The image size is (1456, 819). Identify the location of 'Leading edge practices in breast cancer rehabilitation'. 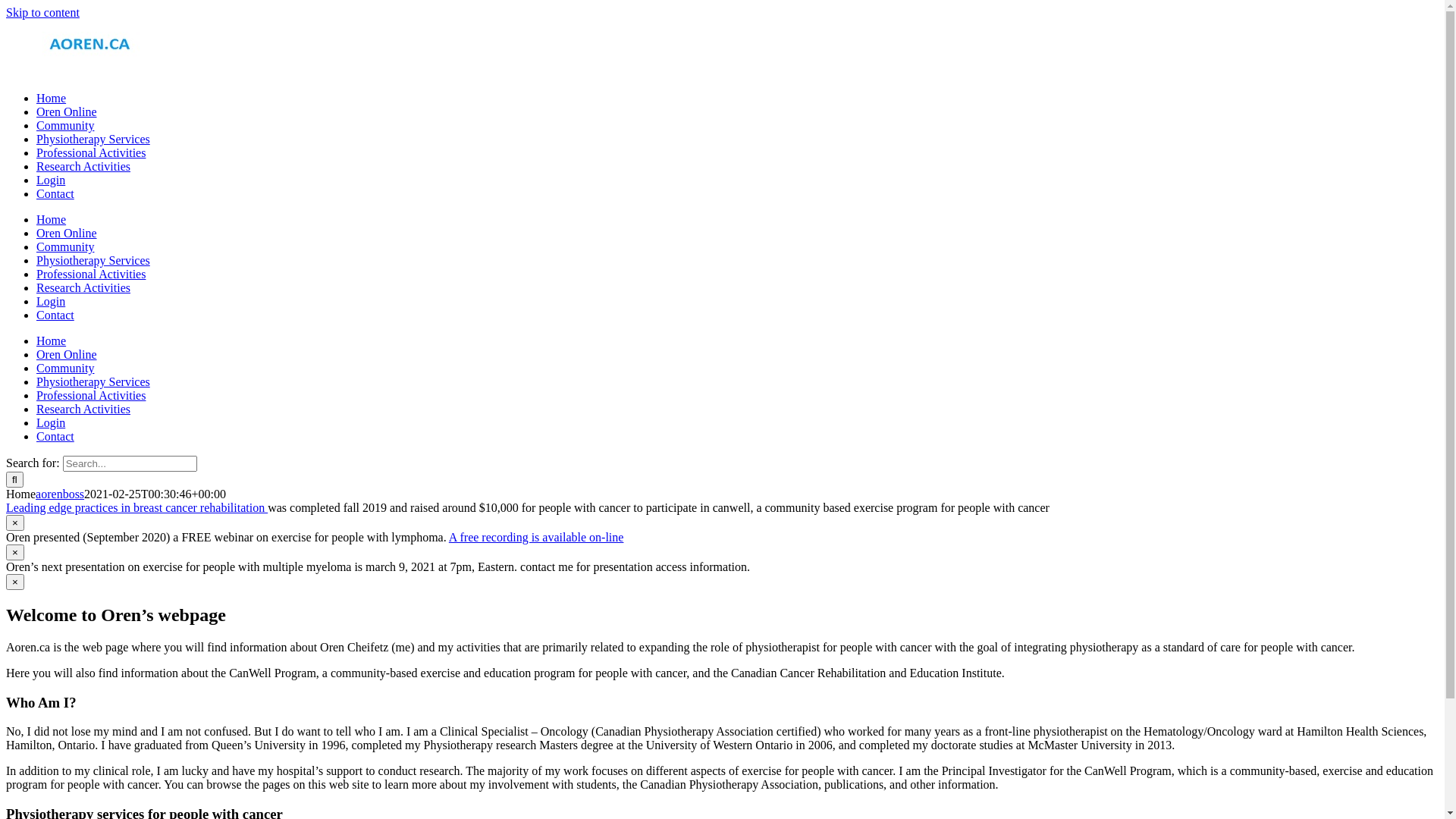
(136, 507).